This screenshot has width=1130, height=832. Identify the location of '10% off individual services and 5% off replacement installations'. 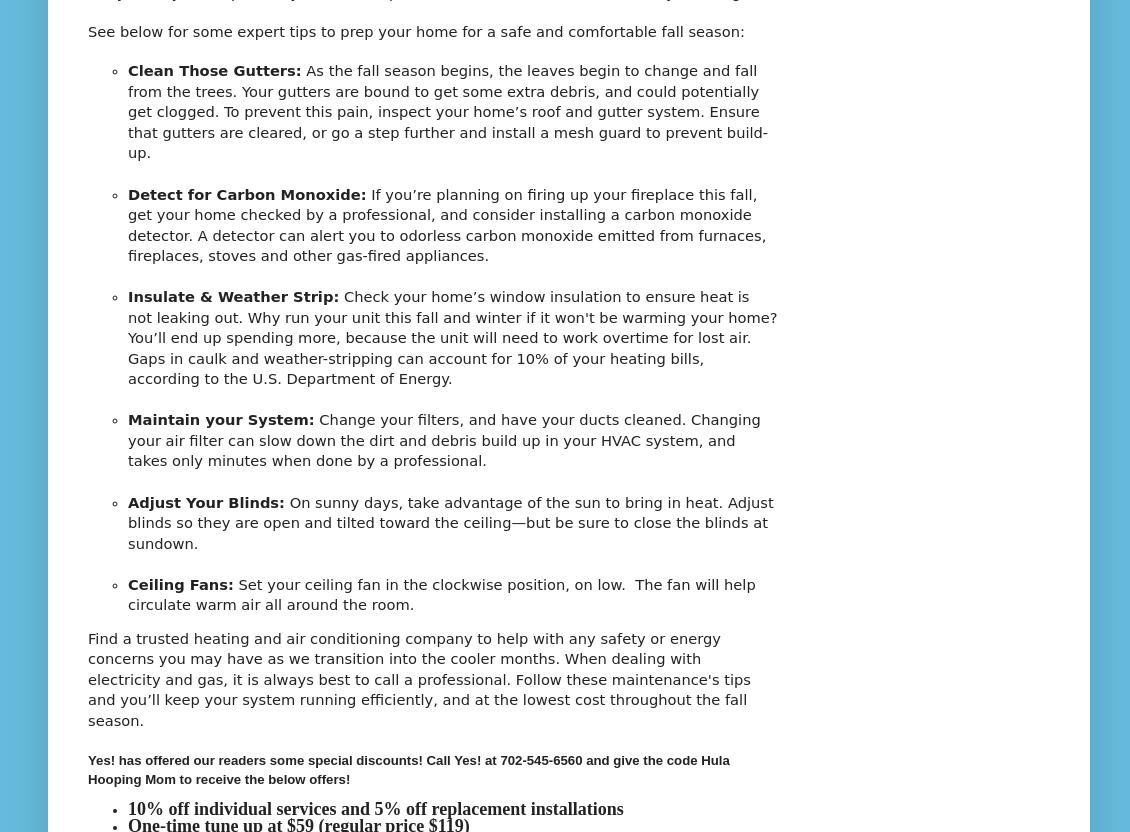
(374, 808).